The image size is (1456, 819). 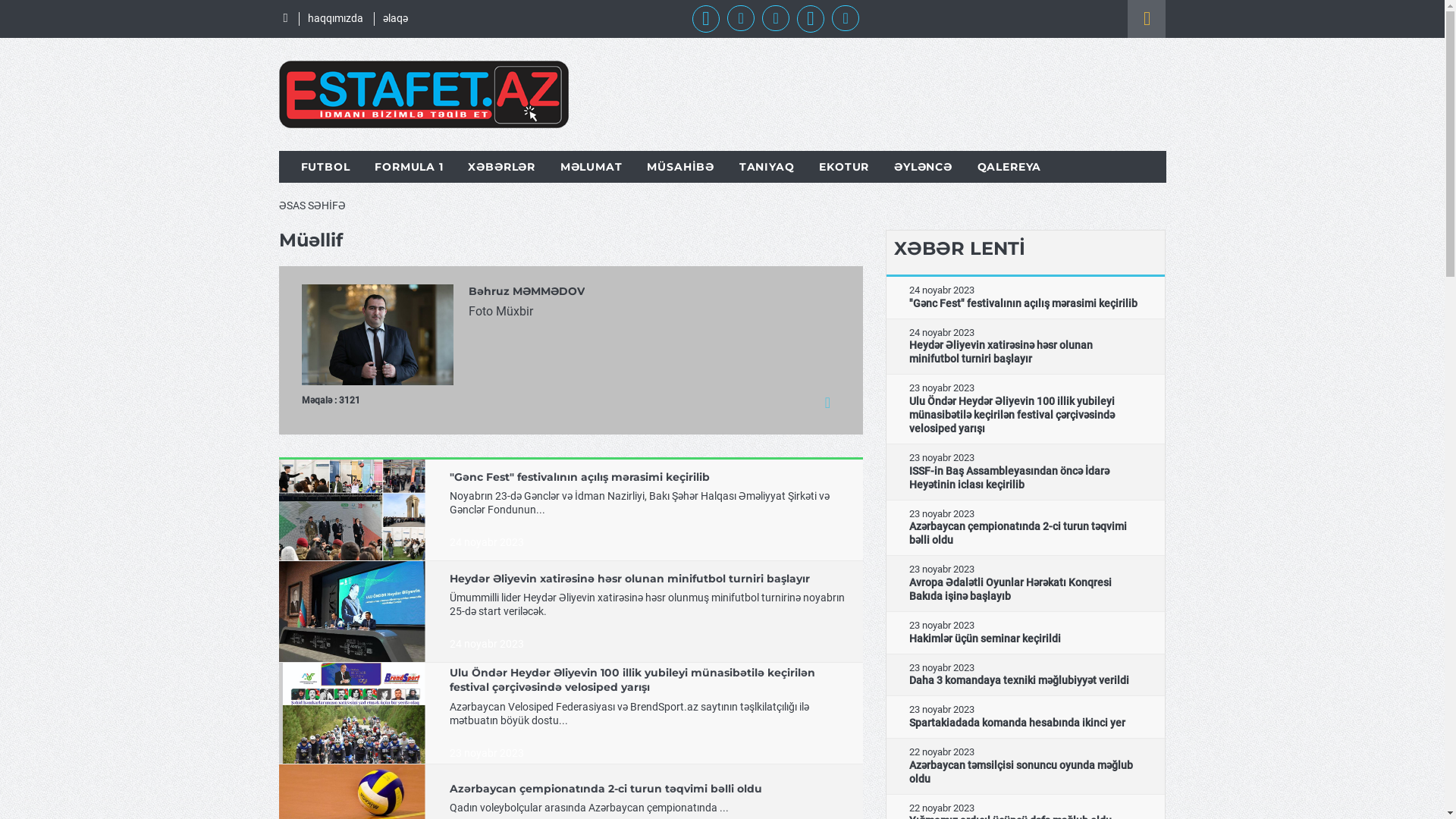 I want to click on 'EKOTUR', so click(x=843, y=166).